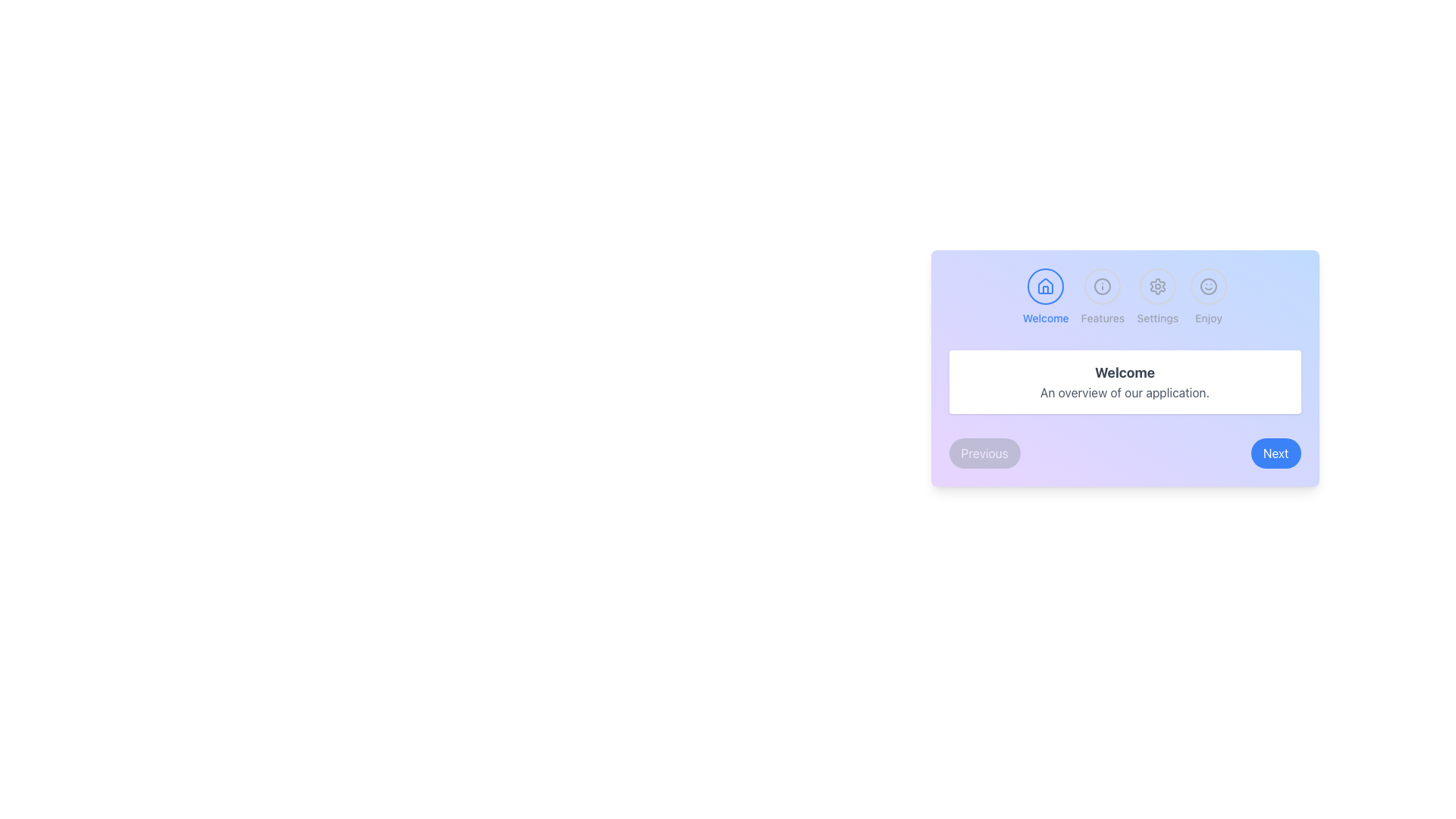  I want to click on the 'Settings' composite element, which features a gear icon and a label, so click(1156, 297).